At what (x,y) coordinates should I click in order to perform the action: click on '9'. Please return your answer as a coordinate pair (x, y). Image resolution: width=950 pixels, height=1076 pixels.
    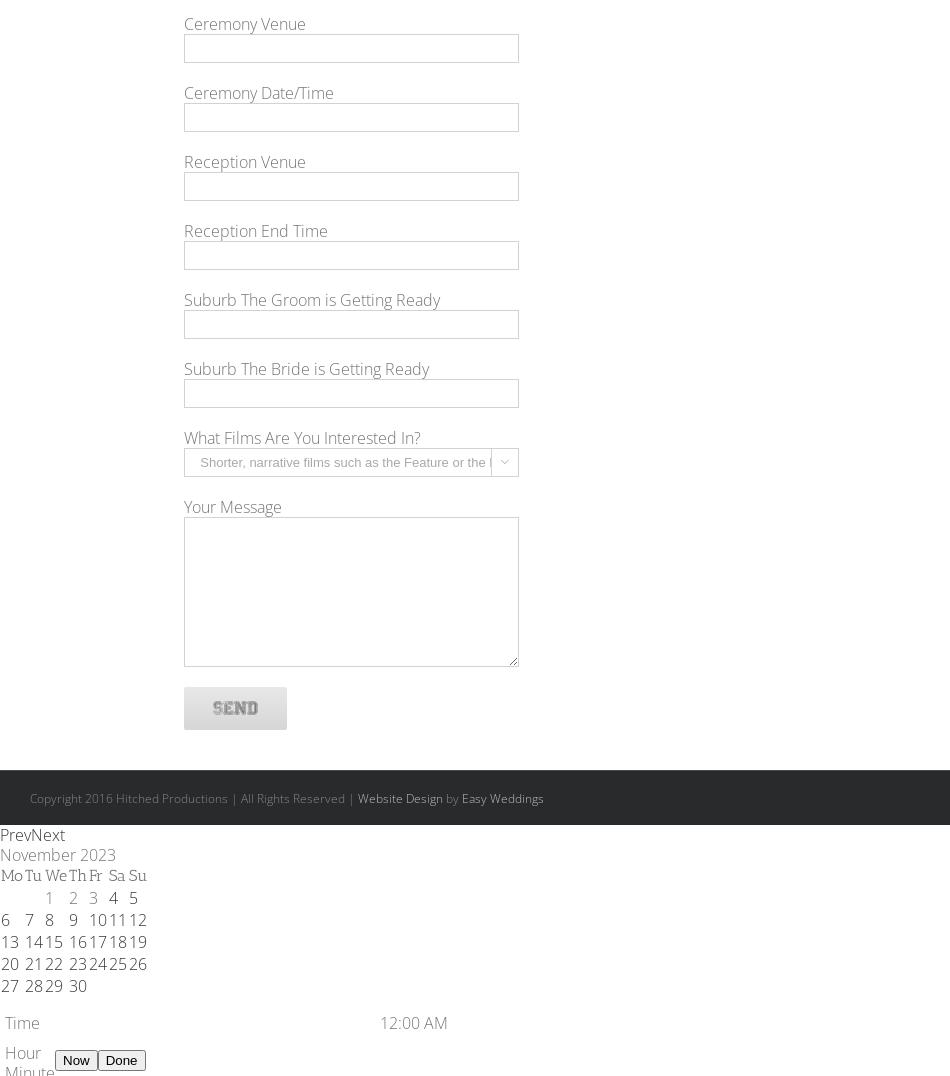
    Looking at the image, I should click on (73, 918).